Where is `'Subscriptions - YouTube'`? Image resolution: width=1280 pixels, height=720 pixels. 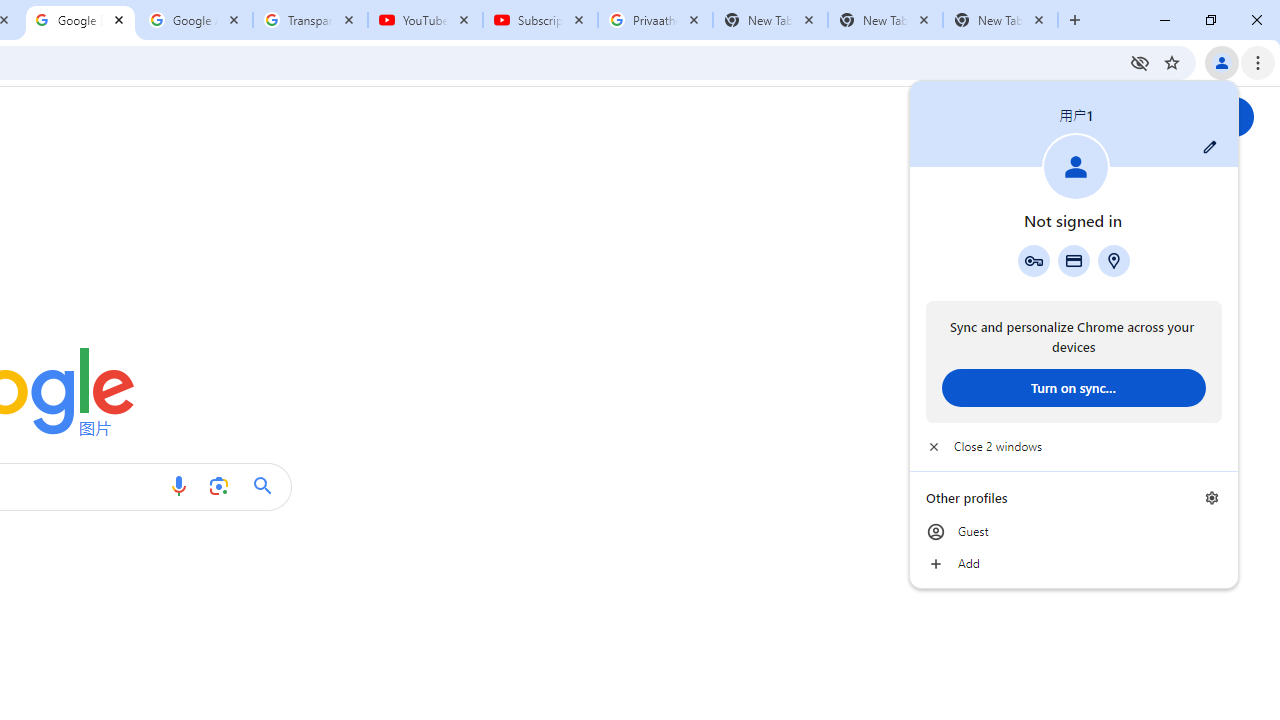 'Subscriptions - YouTube' is located at coordinates (540, 20).